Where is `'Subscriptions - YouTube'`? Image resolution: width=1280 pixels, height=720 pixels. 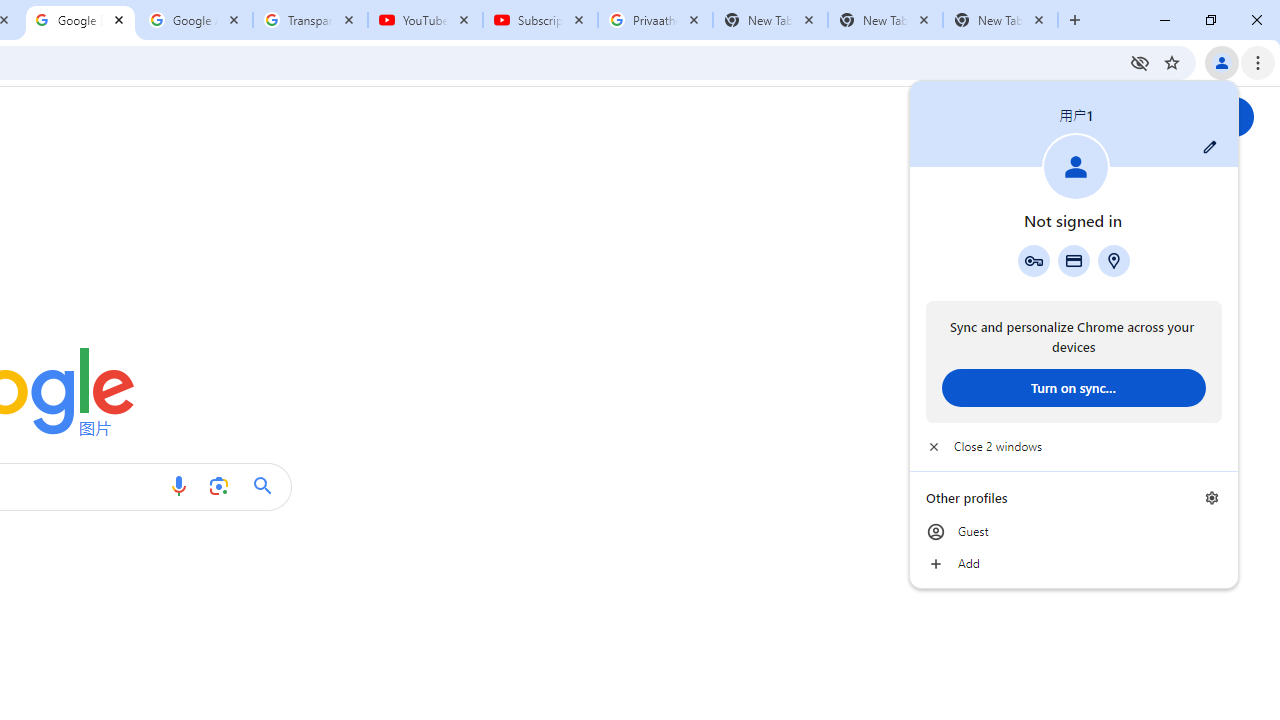 'Subscriptions - YouTube' is located at coordinates (540, 20).